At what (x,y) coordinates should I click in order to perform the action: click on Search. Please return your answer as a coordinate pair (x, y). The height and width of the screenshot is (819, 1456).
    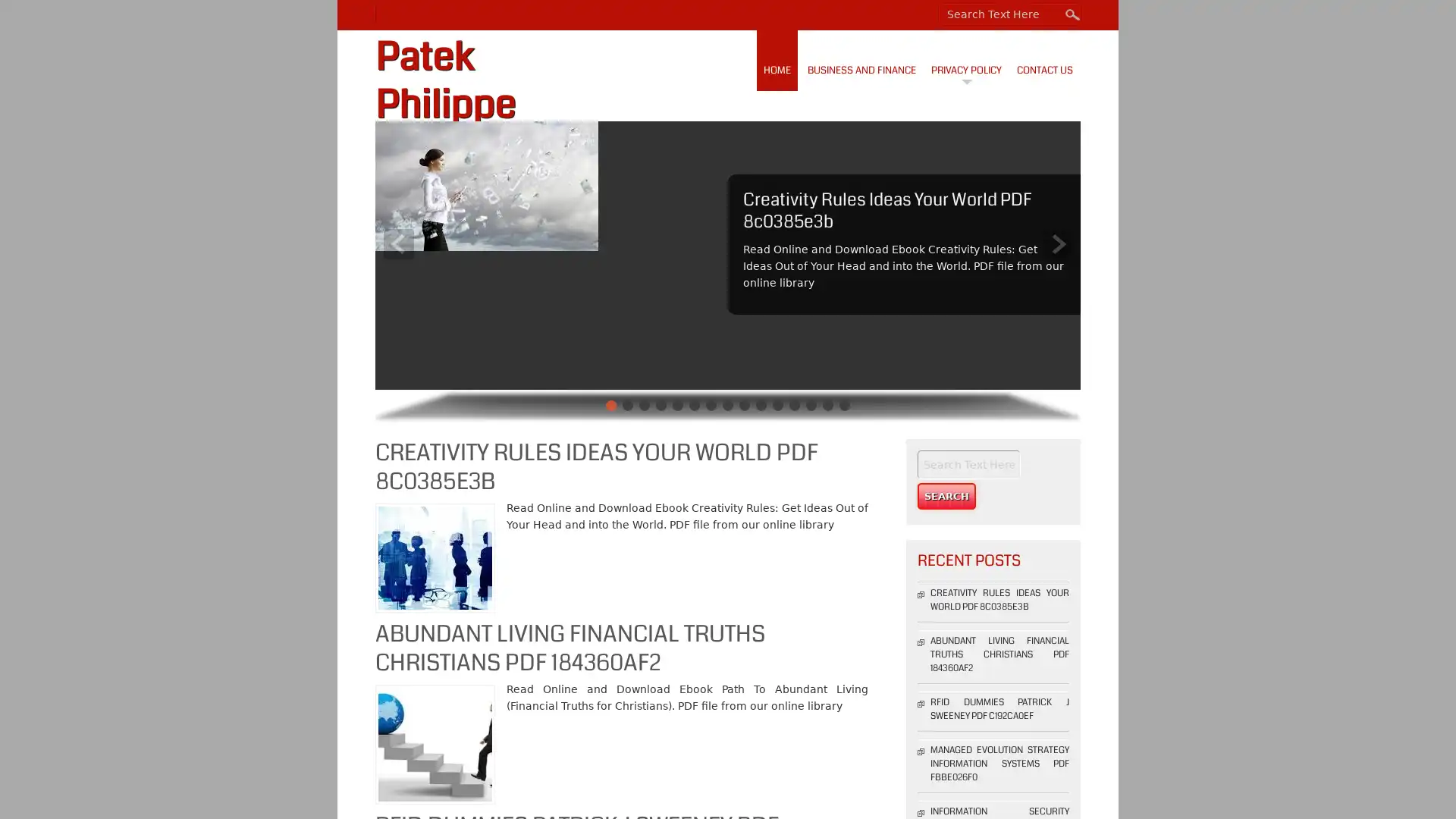
    Looking at the image, I should click on (946, 496).